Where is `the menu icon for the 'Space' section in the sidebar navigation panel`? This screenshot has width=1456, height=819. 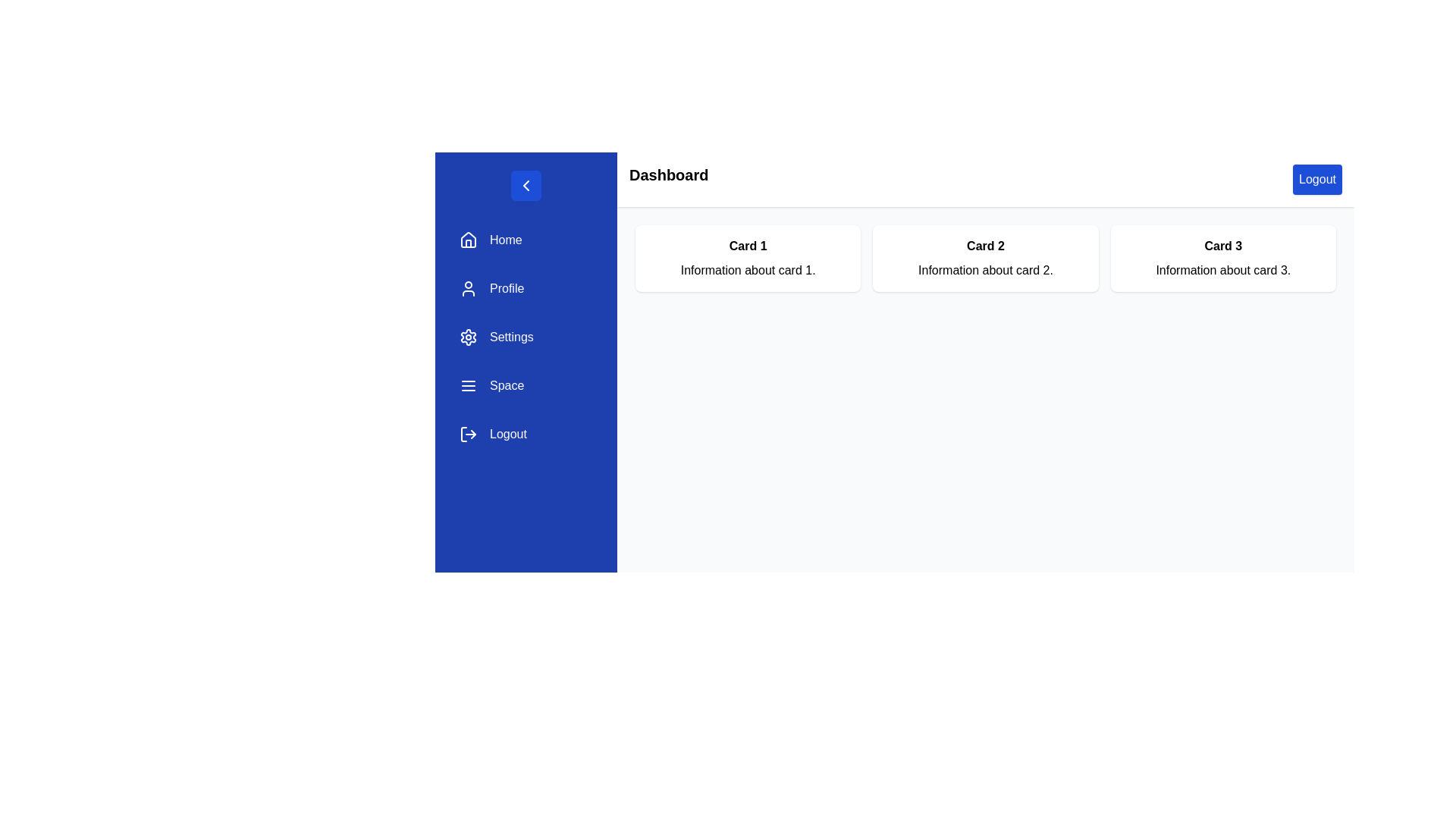
the menu icon for the 'Space' section in the sidebar navigation panel is located at coordinates (468, 385).